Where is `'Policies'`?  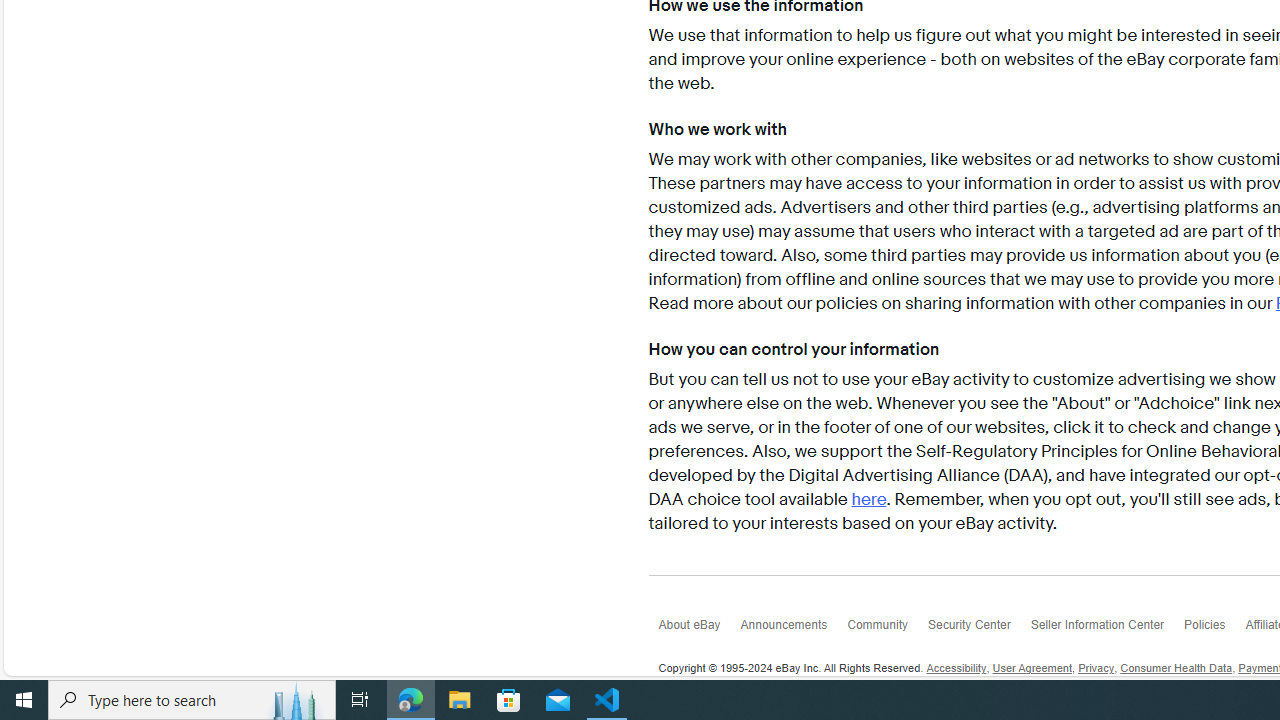
'Policies' is located at coordinates (1213, 628).